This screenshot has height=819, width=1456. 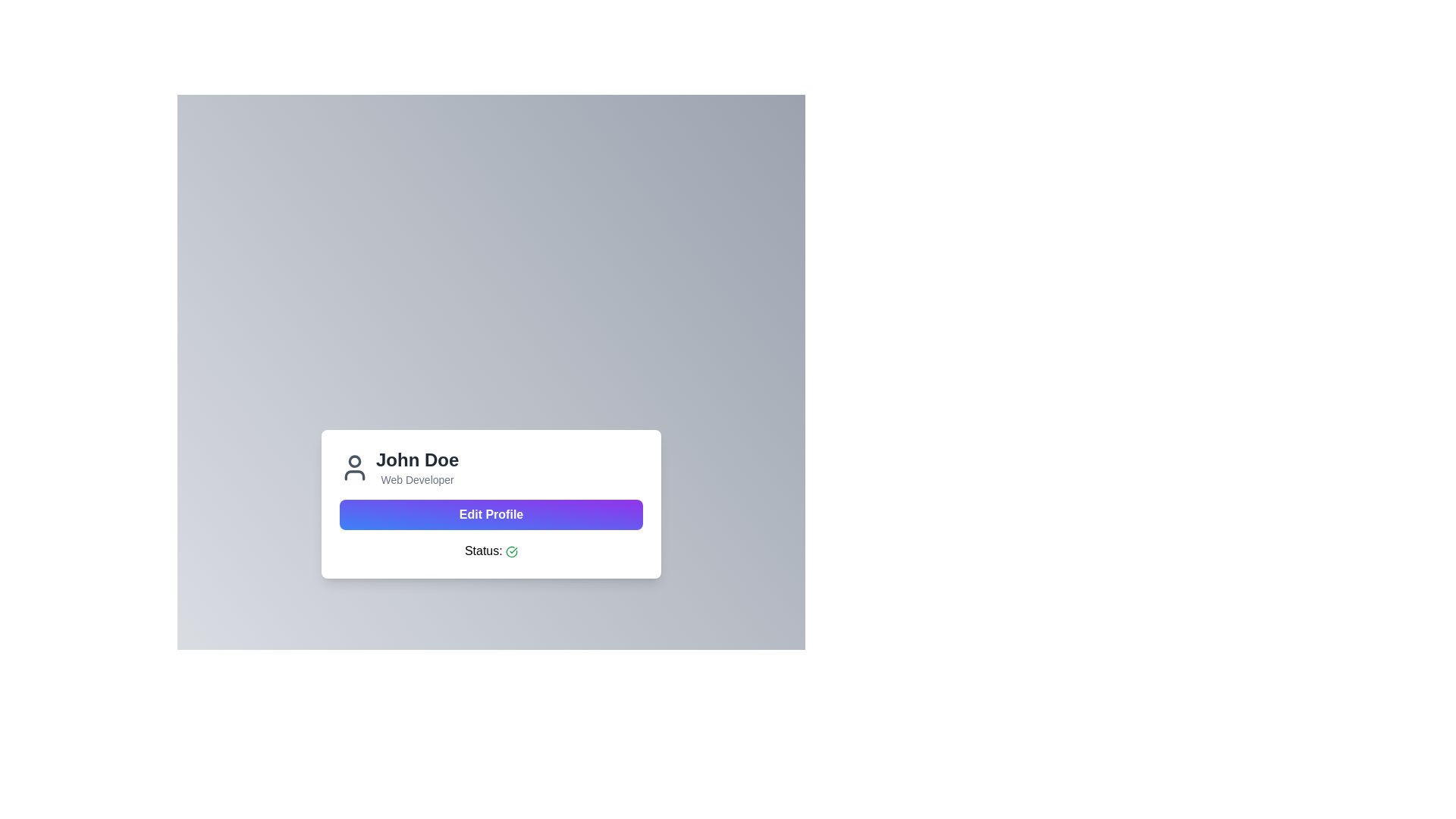 What do you see at coordinates (417, 459) in the screenshot?
I see `text label indicating the name of the user on the card, which is positioned at the top section of the card-like structure` at bounding box center [417, 459].